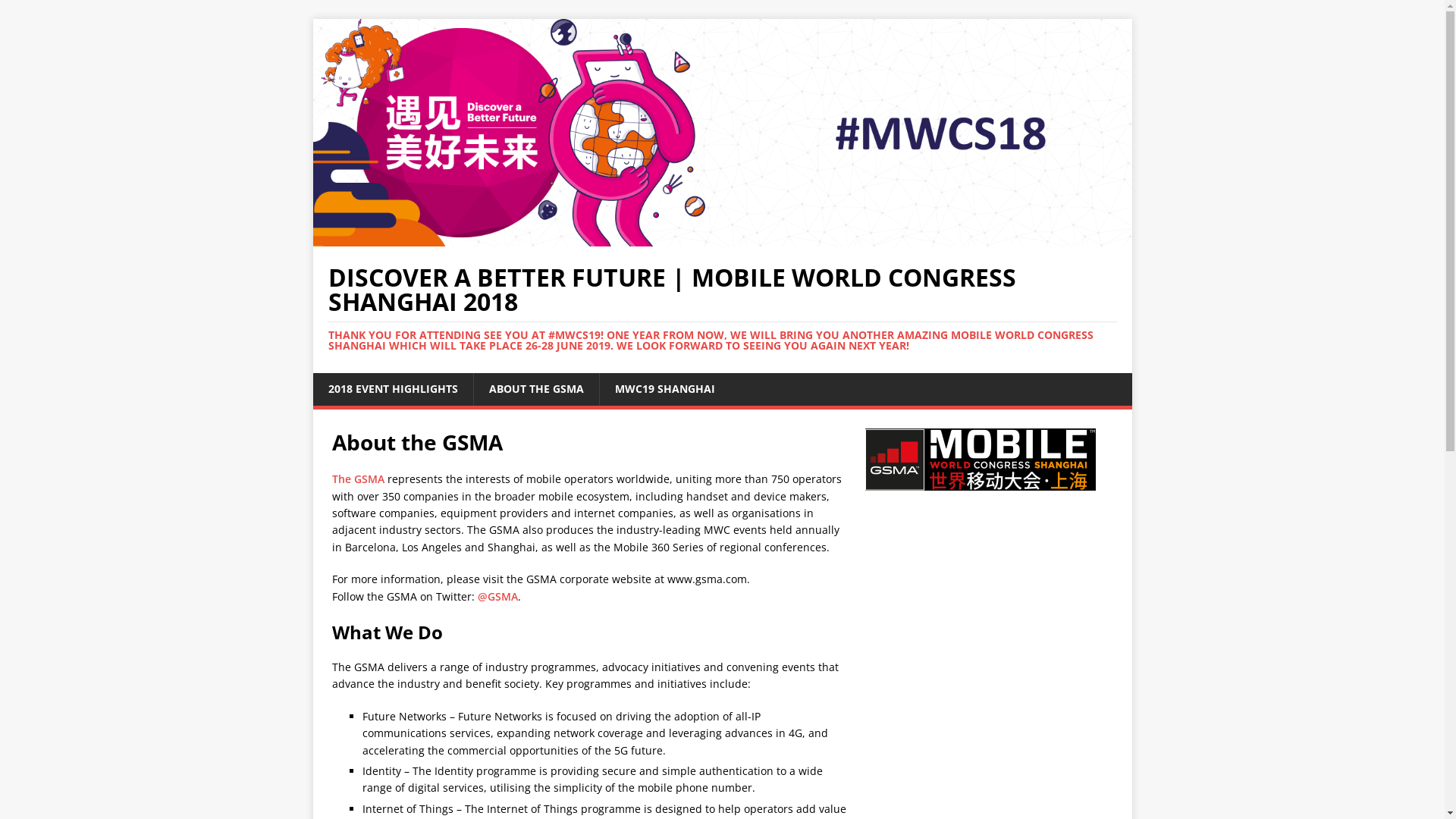 This screenshot has width=1456, height=819. Describe the element at coordinates (535, 388) in the screenshot. I see `'ABOUT THE GSMA'` at that location.